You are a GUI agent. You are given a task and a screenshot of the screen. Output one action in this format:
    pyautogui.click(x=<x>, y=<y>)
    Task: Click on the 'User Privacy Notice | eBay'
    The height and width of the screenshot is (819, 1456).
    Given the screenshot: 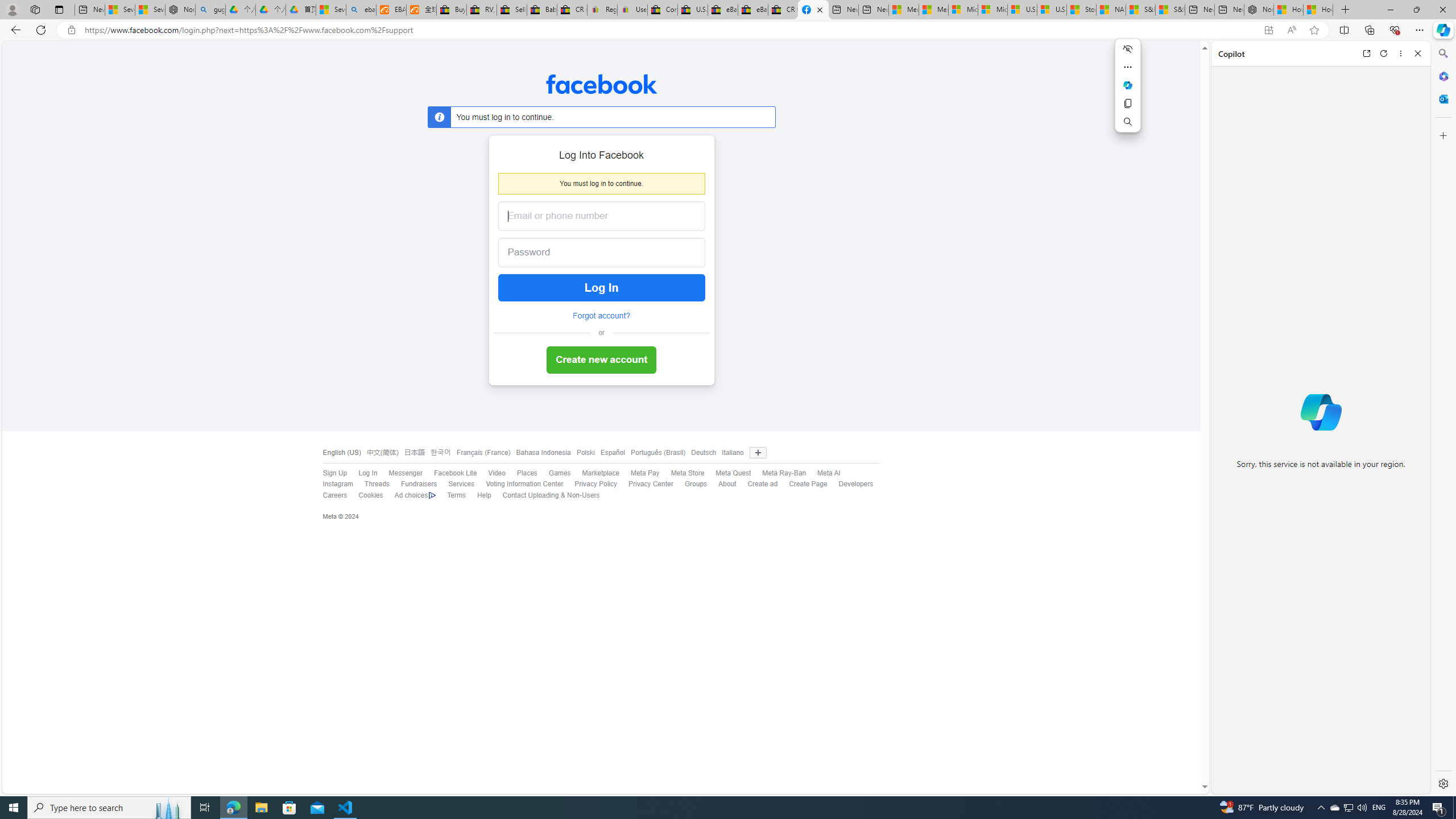 What is the action you would take?
    pyautogui.click(x=632, y=9)
    